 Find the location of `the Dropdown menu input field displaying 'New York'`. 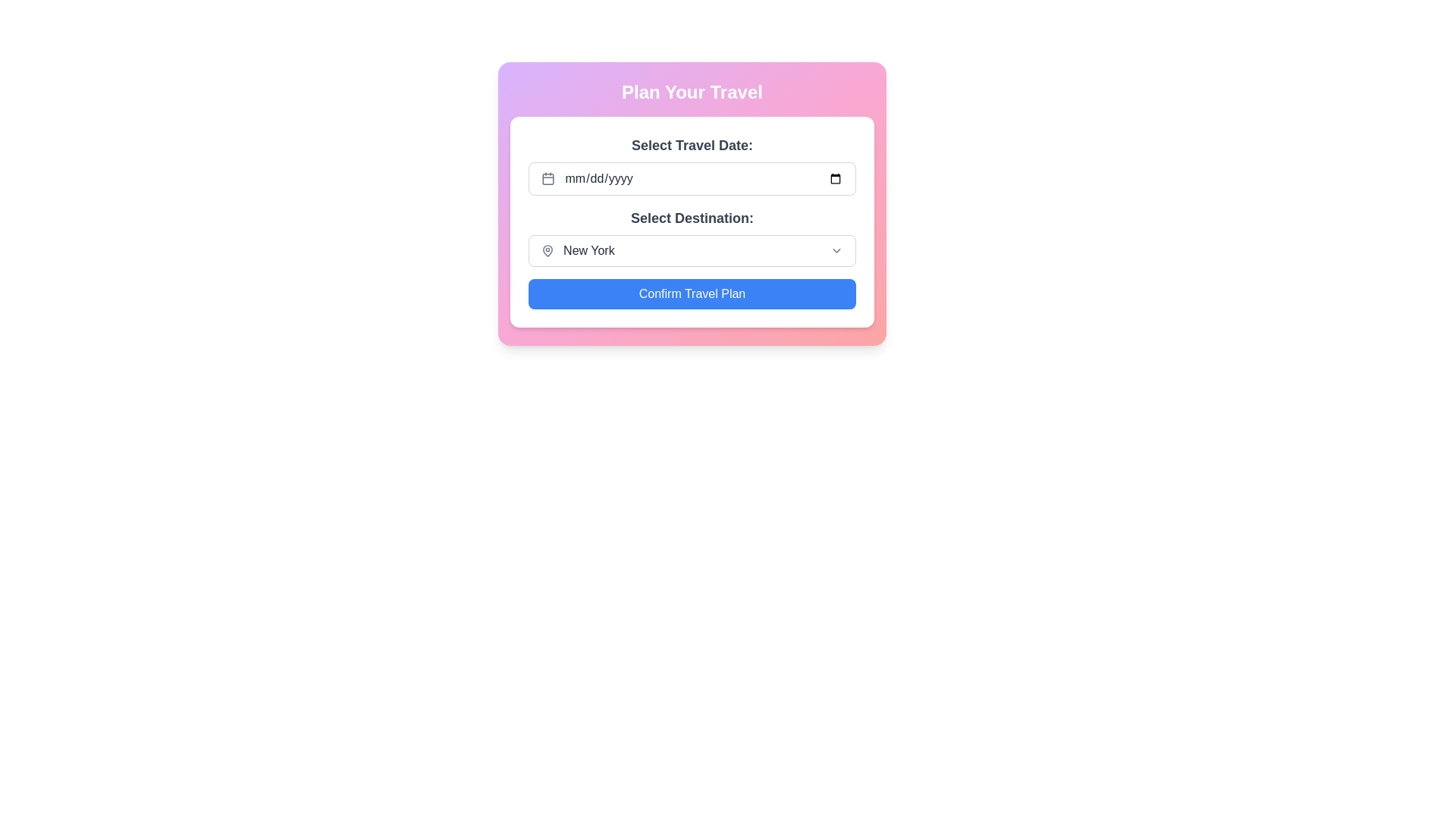

the Dropdown menu input field displaying 'New York' is located at coordinates (691, 250).